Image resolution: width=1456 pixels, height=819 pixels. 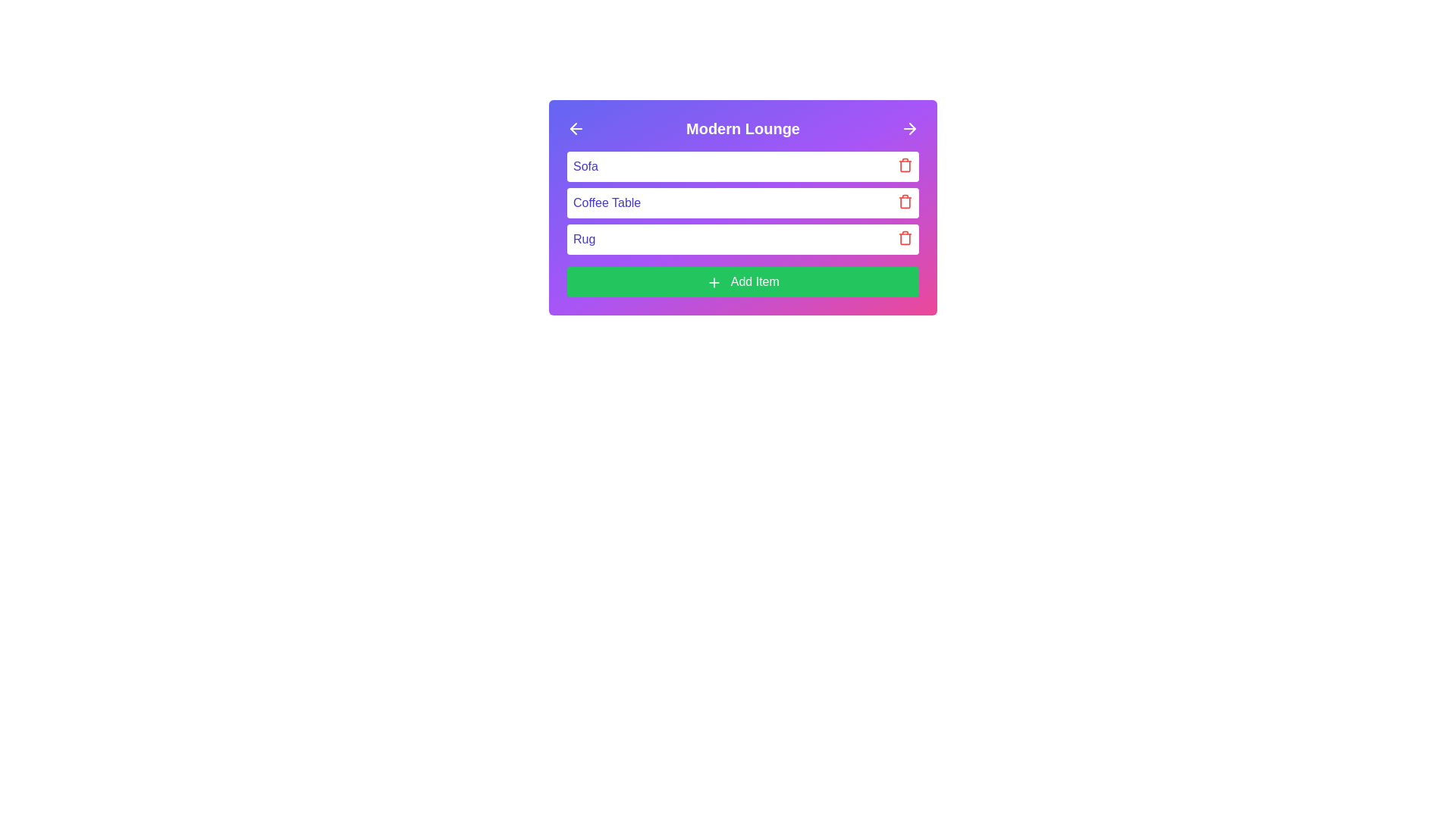 What do you see at coordinates (714, 282) in the screenshot?
I see `the 'Add Item' icon located within the green rectangular button that represents adding a new item in the modal box` at bounding box center [714, 282].